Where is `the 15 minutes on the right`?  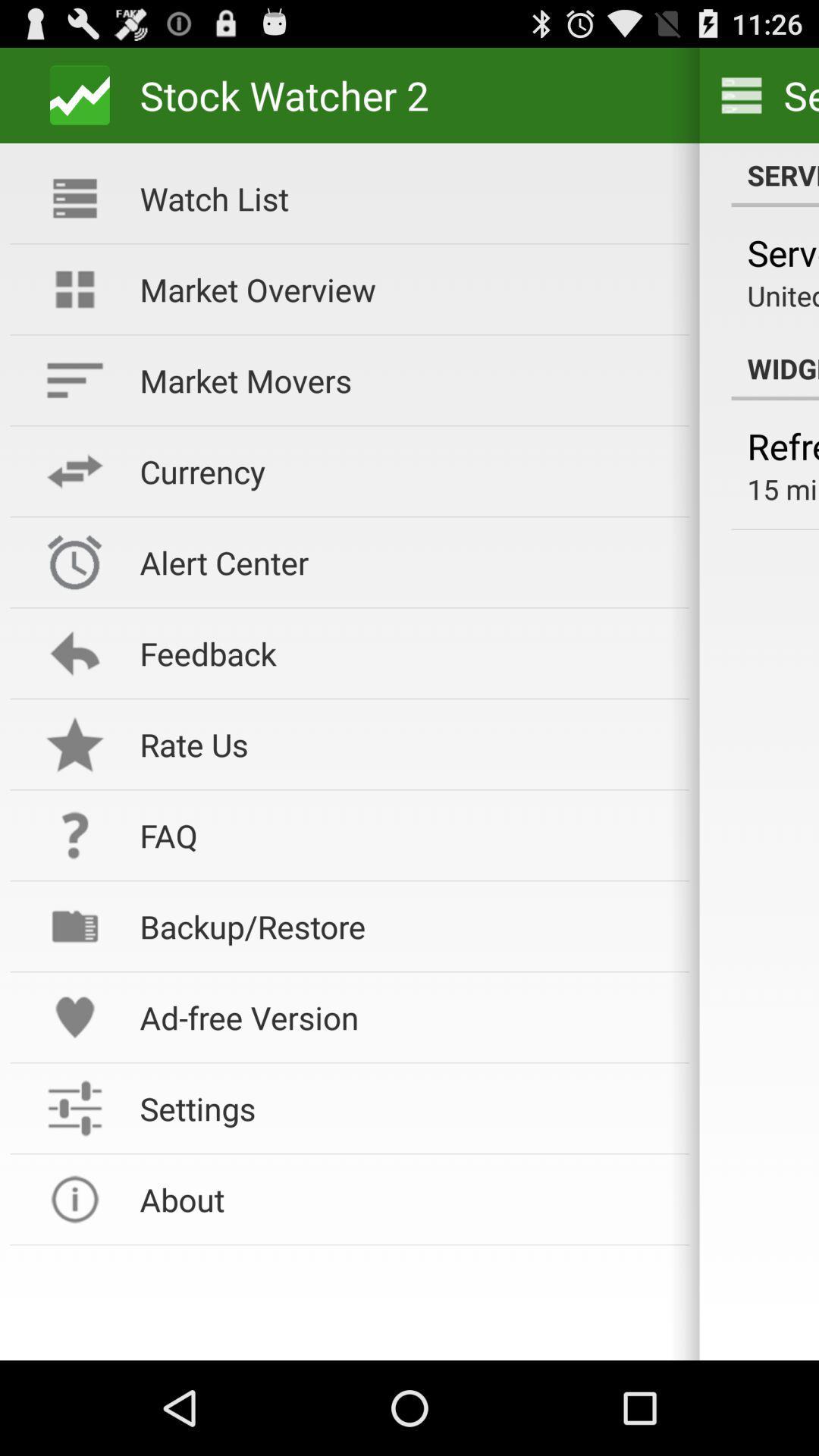
the 15 minutes on the right is located at coordinates (783, 488).